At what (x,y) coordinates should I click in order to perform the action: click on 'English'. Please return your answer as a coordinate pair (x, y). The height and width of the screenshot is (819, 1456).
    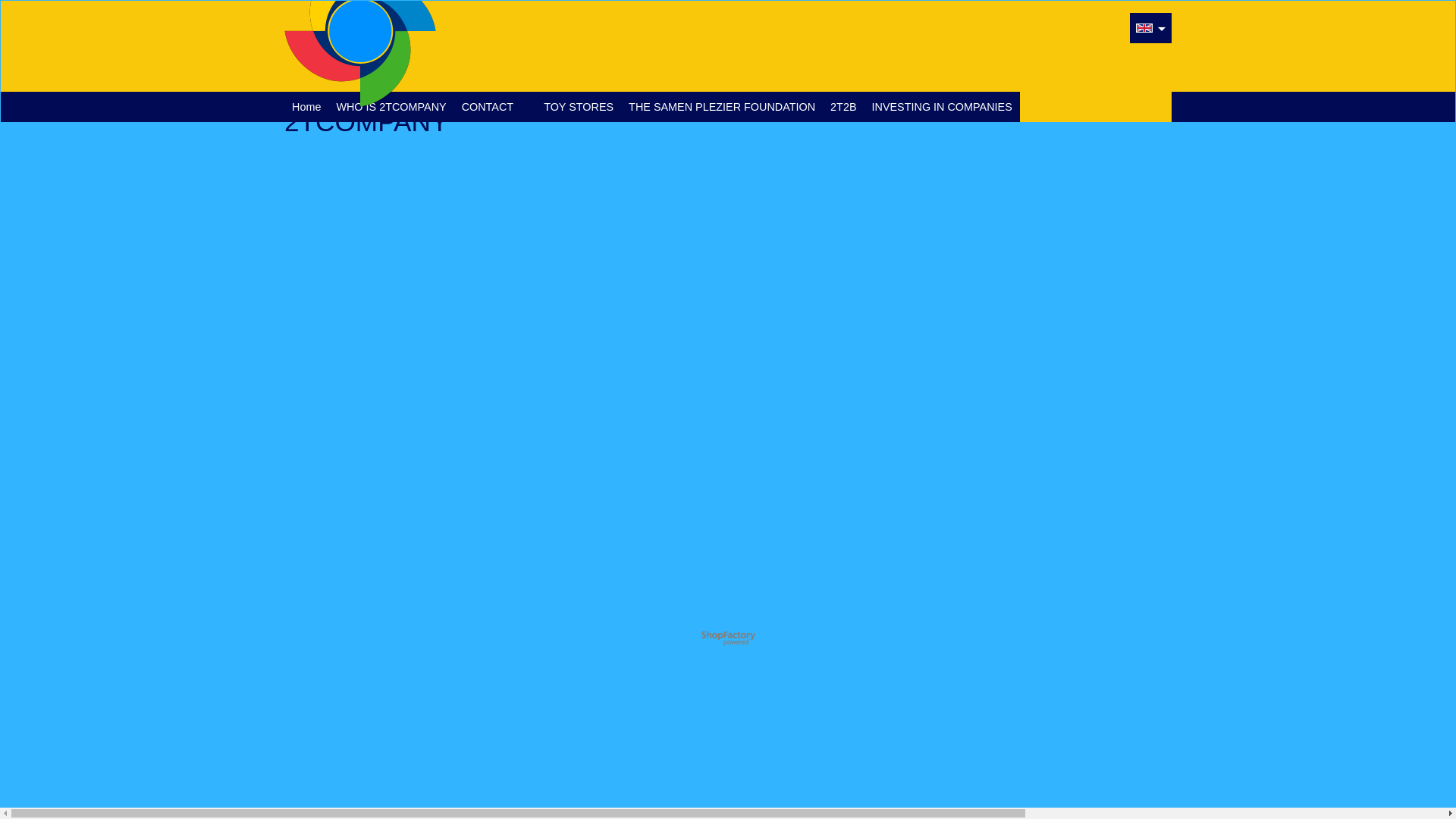
    Looking at the image, I should click on (1144, 28).